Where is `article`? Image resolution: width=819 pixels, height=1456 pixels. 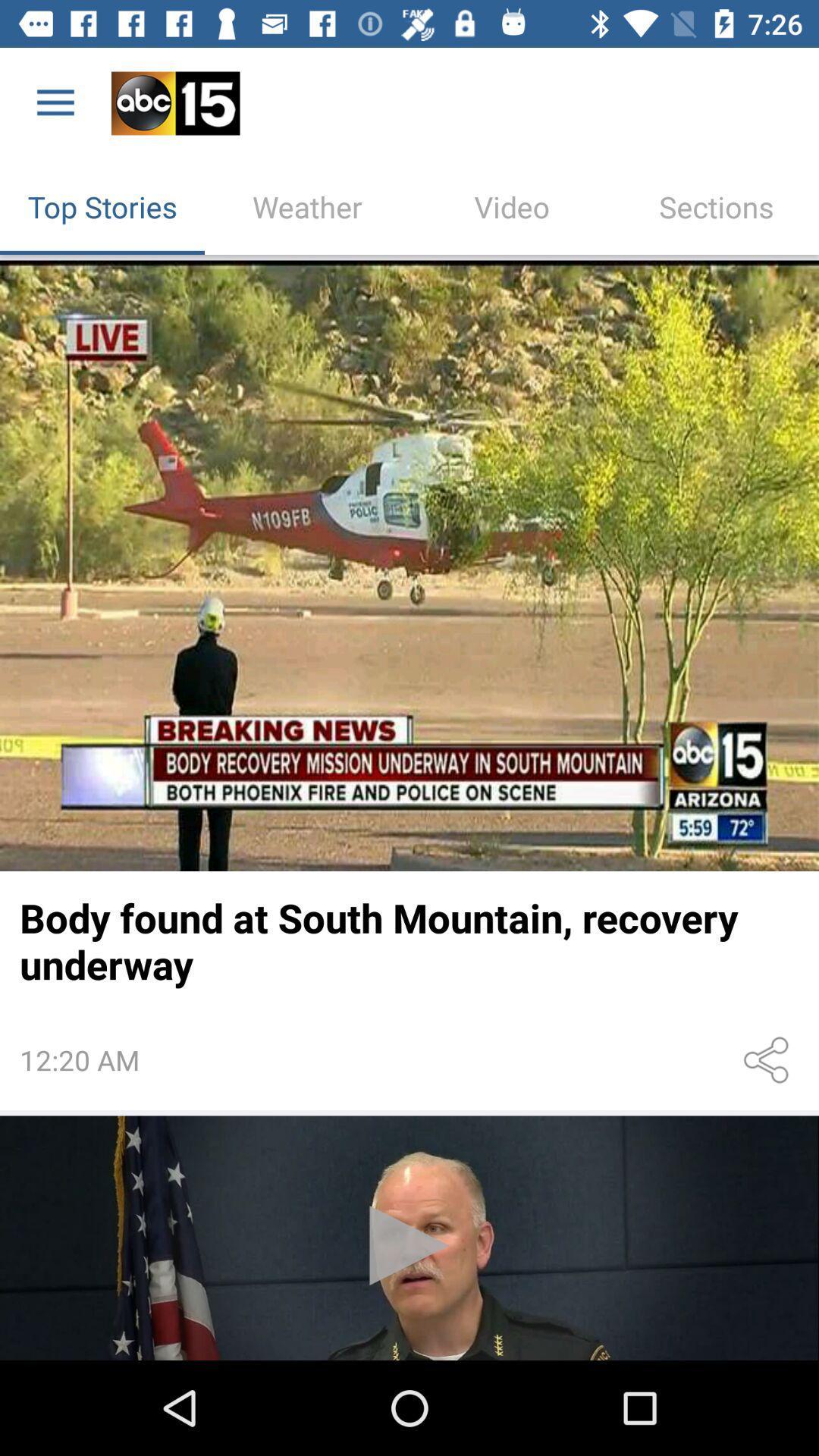 article is located at coordinates (409, 565).